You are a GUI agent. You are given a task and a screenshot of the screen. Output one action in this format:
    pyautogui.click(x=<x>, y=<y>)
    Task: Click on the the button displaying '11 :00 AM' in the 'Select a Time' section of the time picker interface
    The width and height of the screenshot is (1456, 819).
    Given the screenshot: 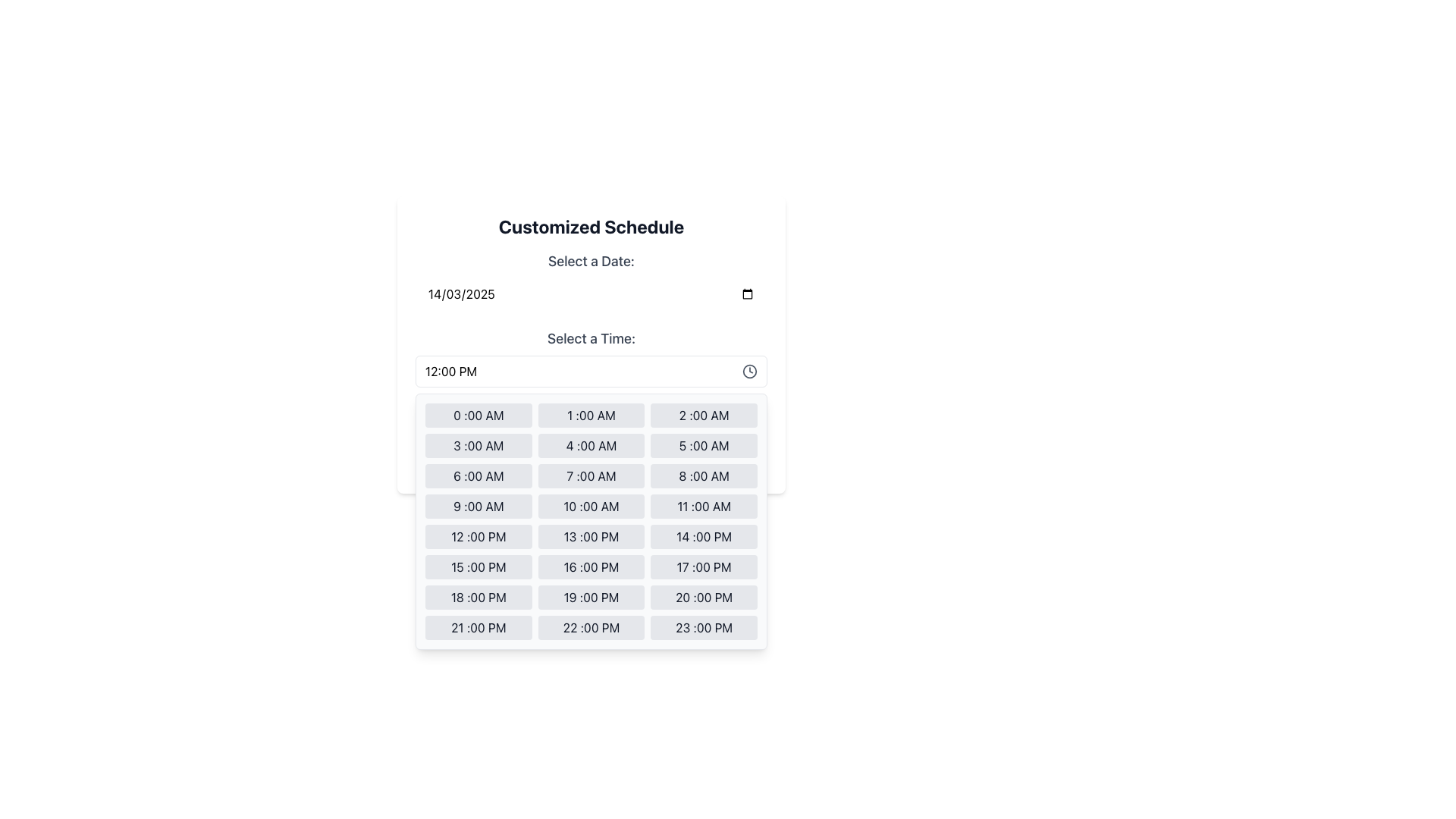 What is the action you would take?
    pyautogui.click(x=703, y=506)
    